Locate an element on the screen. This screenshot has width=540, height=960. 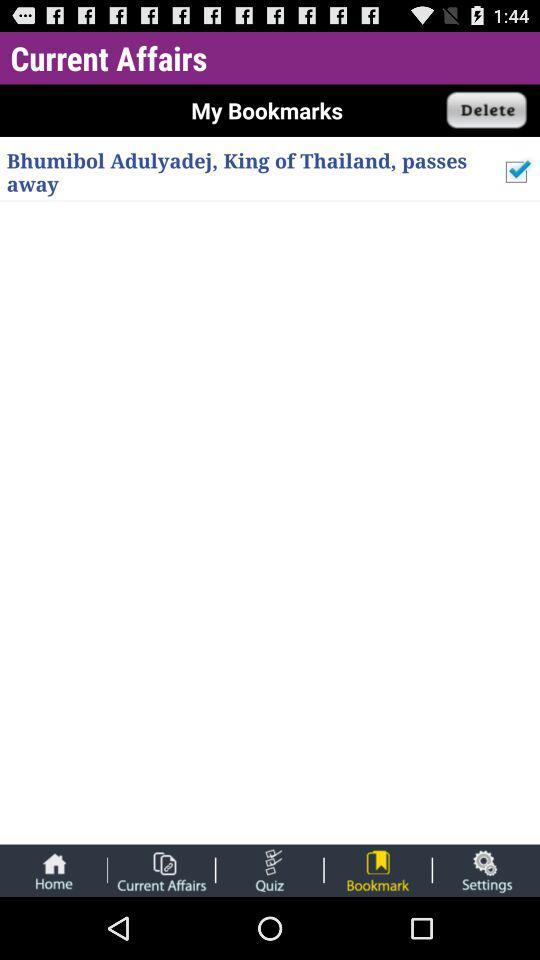
delete option is located at coordinates (486, 110).